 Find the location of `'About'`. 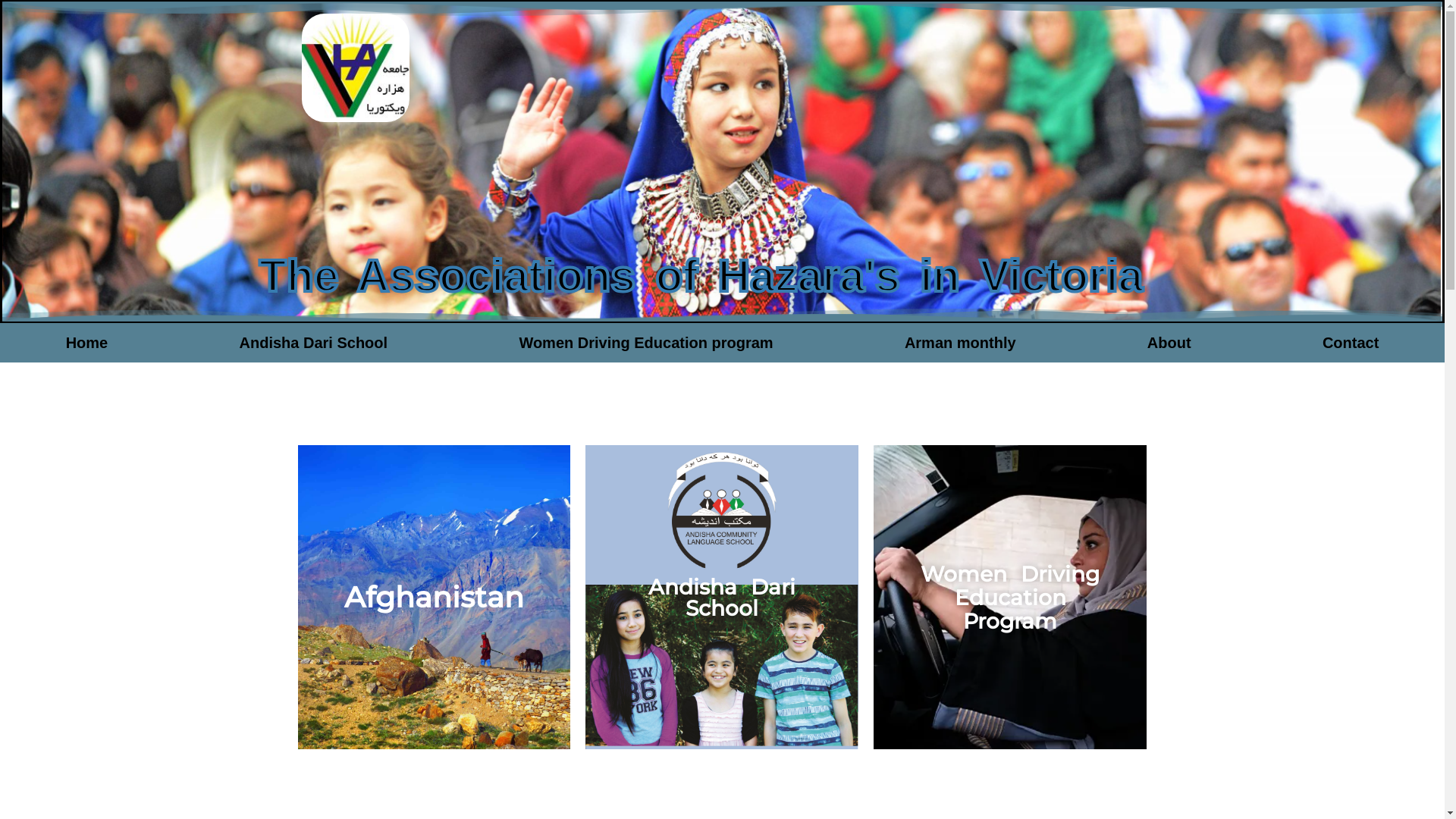

'About' is located at coordinates (1168, 342).